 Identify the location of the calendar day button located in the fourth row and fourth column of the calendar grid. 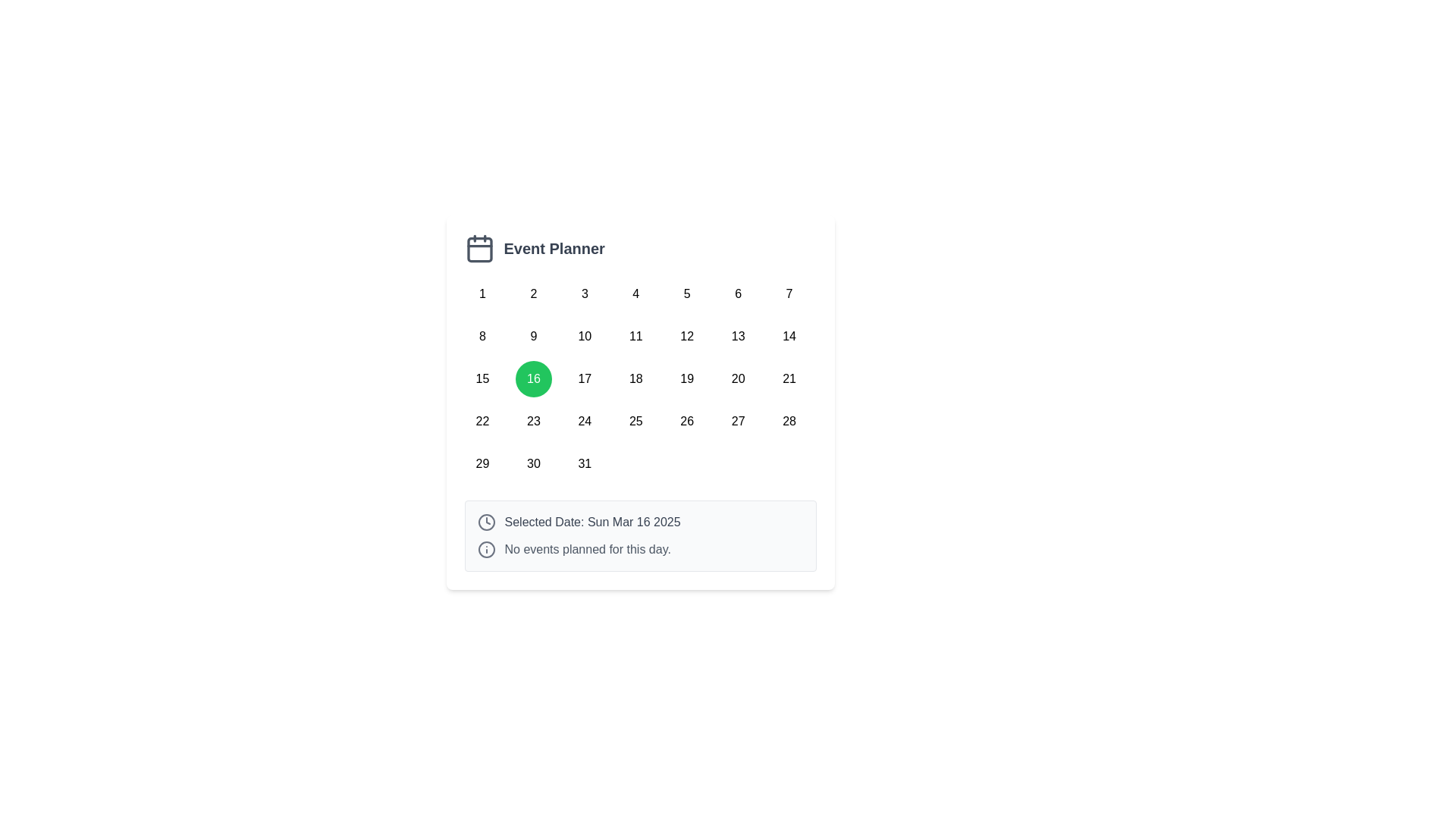
(635, 421).